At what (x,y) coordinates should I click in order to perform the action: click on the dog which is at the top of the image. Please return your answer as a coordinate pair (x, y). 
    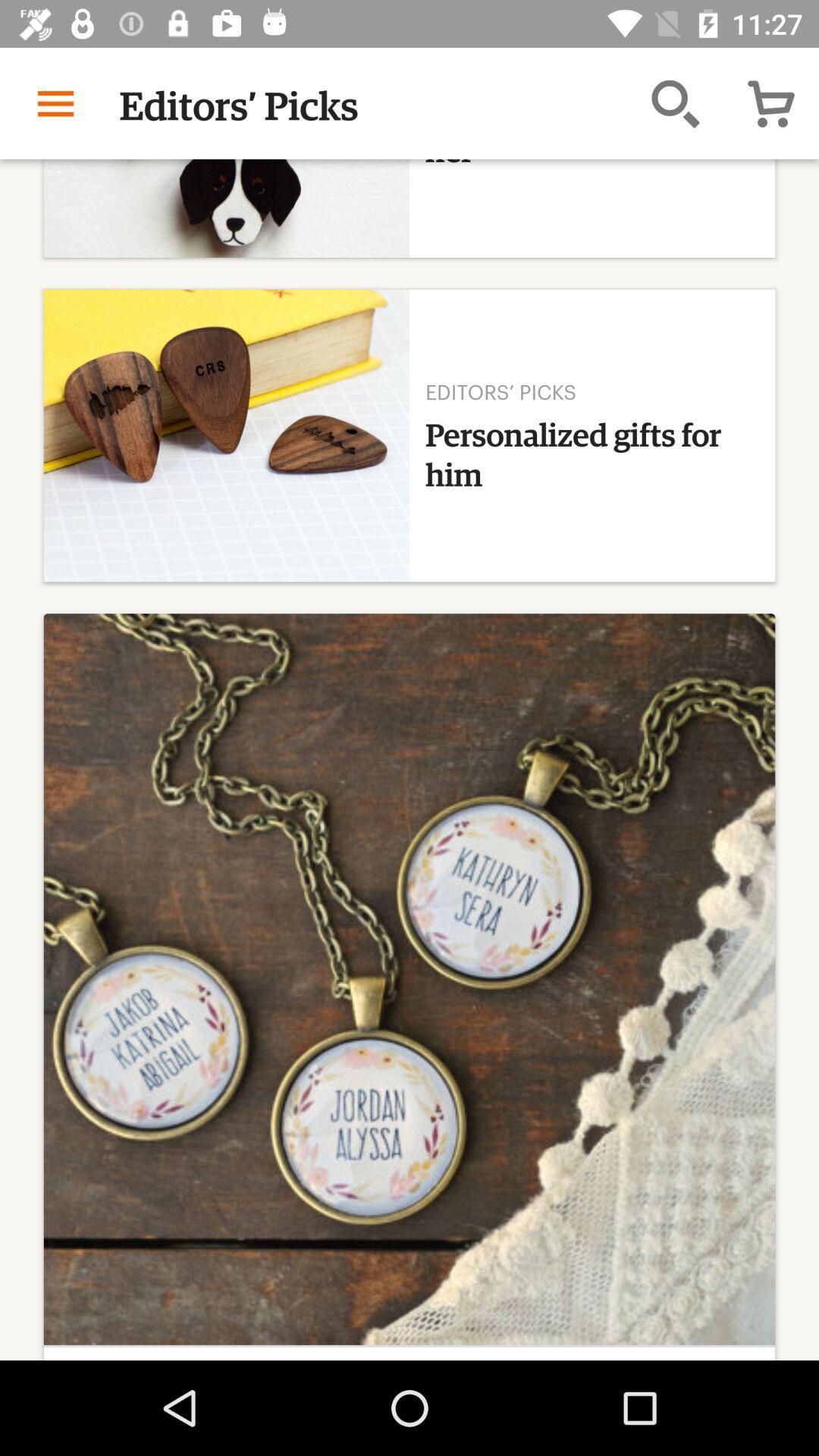
    Looking at the image, I should click on (227, 207).